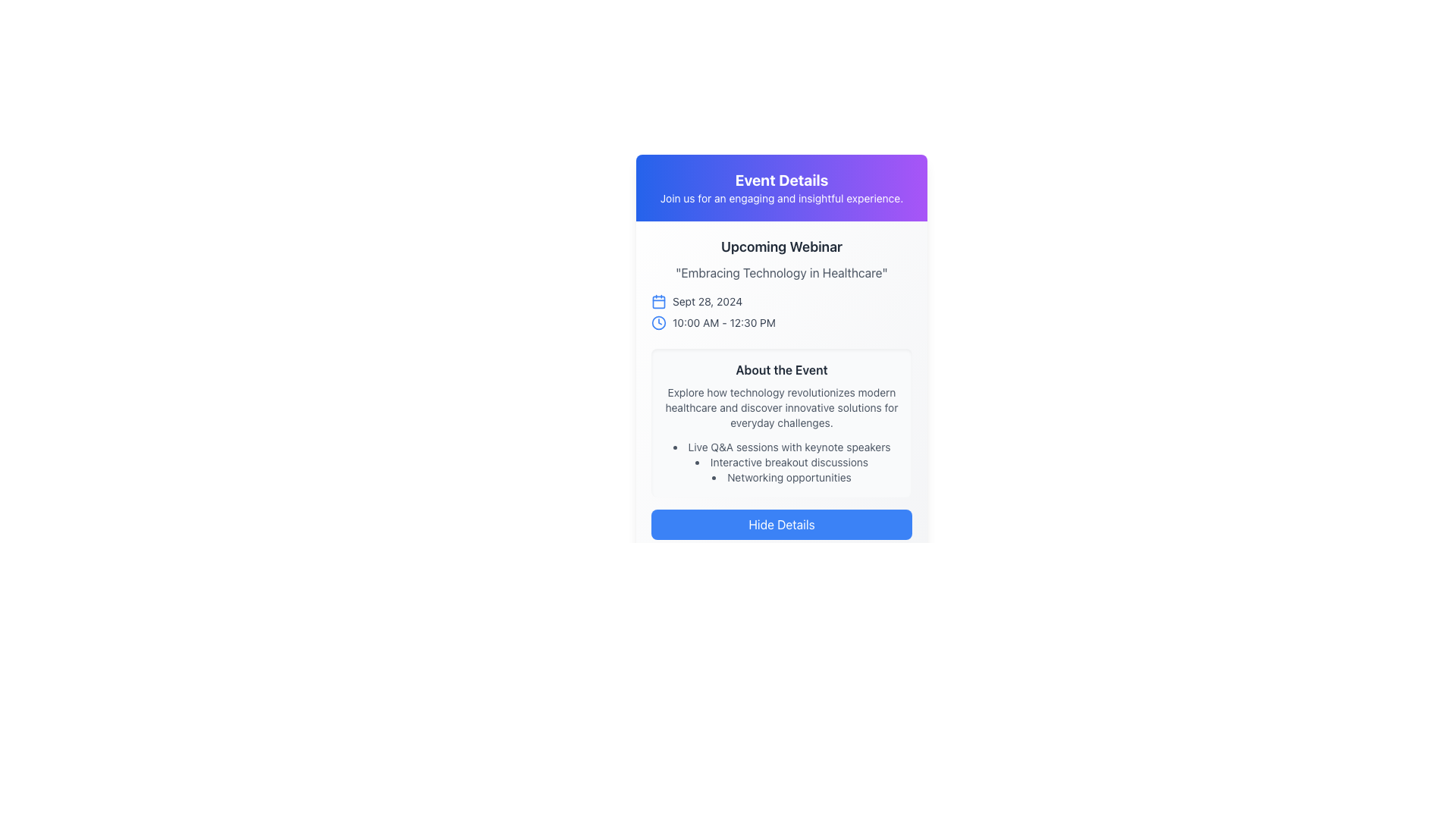 The height and width of the screenshot is (819, 1456). I want to click on the graphical icon that visually represents a time, located to the left of the time range text '10:00 AM - 12:30 PM', so click(658, 322).